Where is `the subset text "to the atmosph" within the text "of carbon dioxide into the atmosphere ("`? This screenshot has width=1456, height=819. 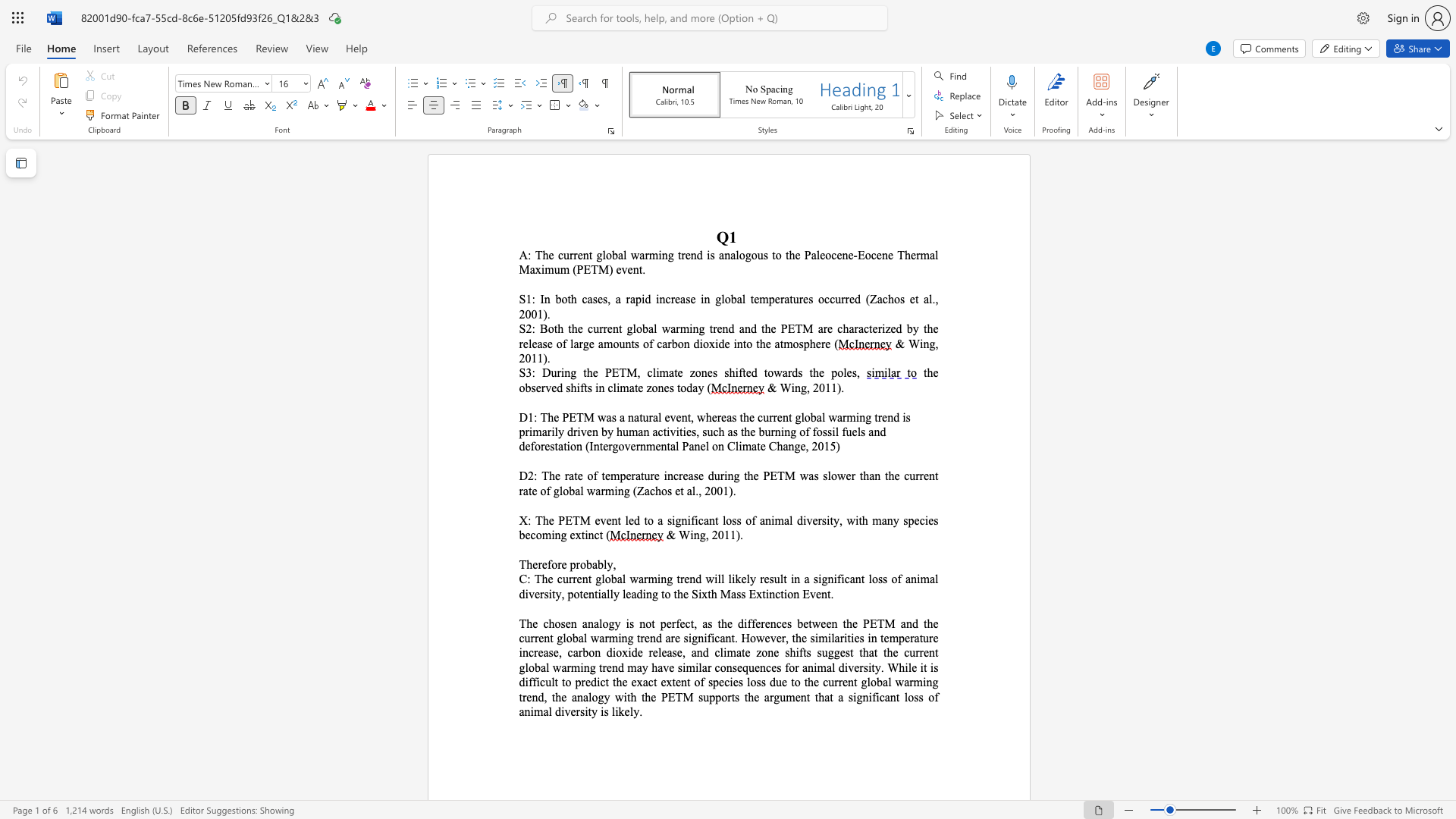 the subset text "to the atmosph" within the text "of carbon dioxide into the atmosphere (" is located at coordinates (742, 344).